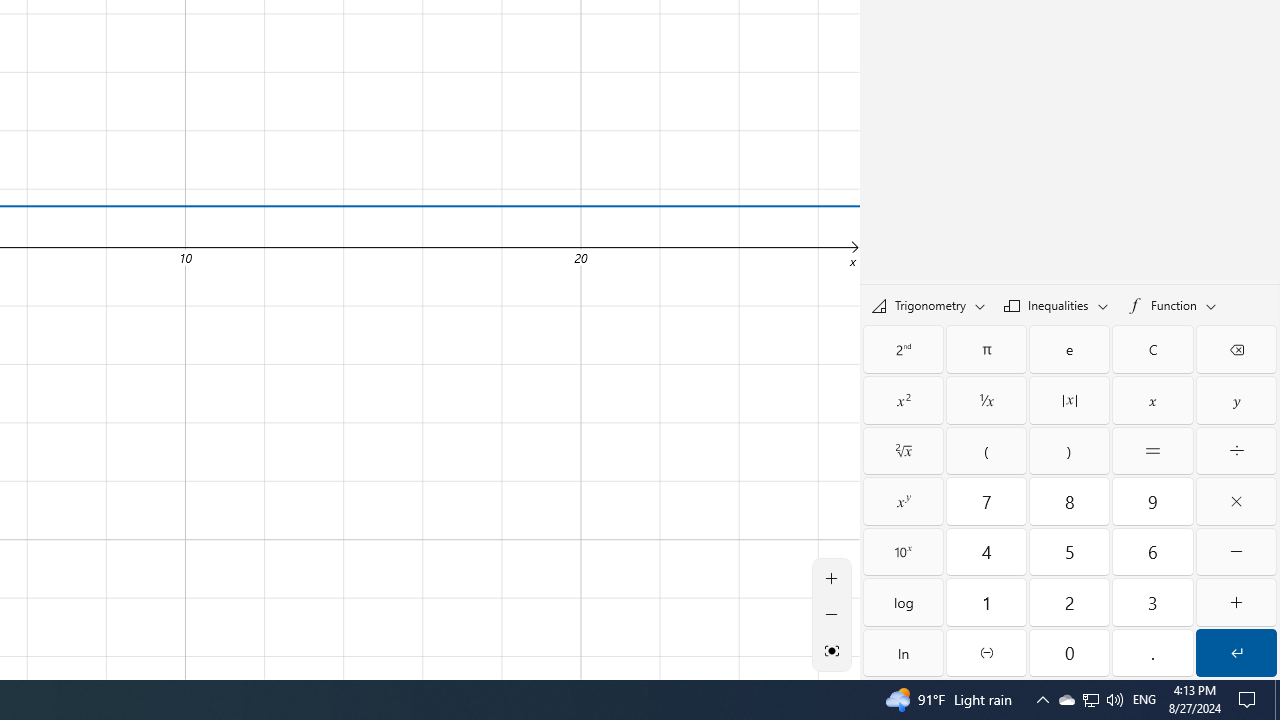  Describe the element at coordinates (1068, 551) in the screenshot. I see `'Five'` at that location.